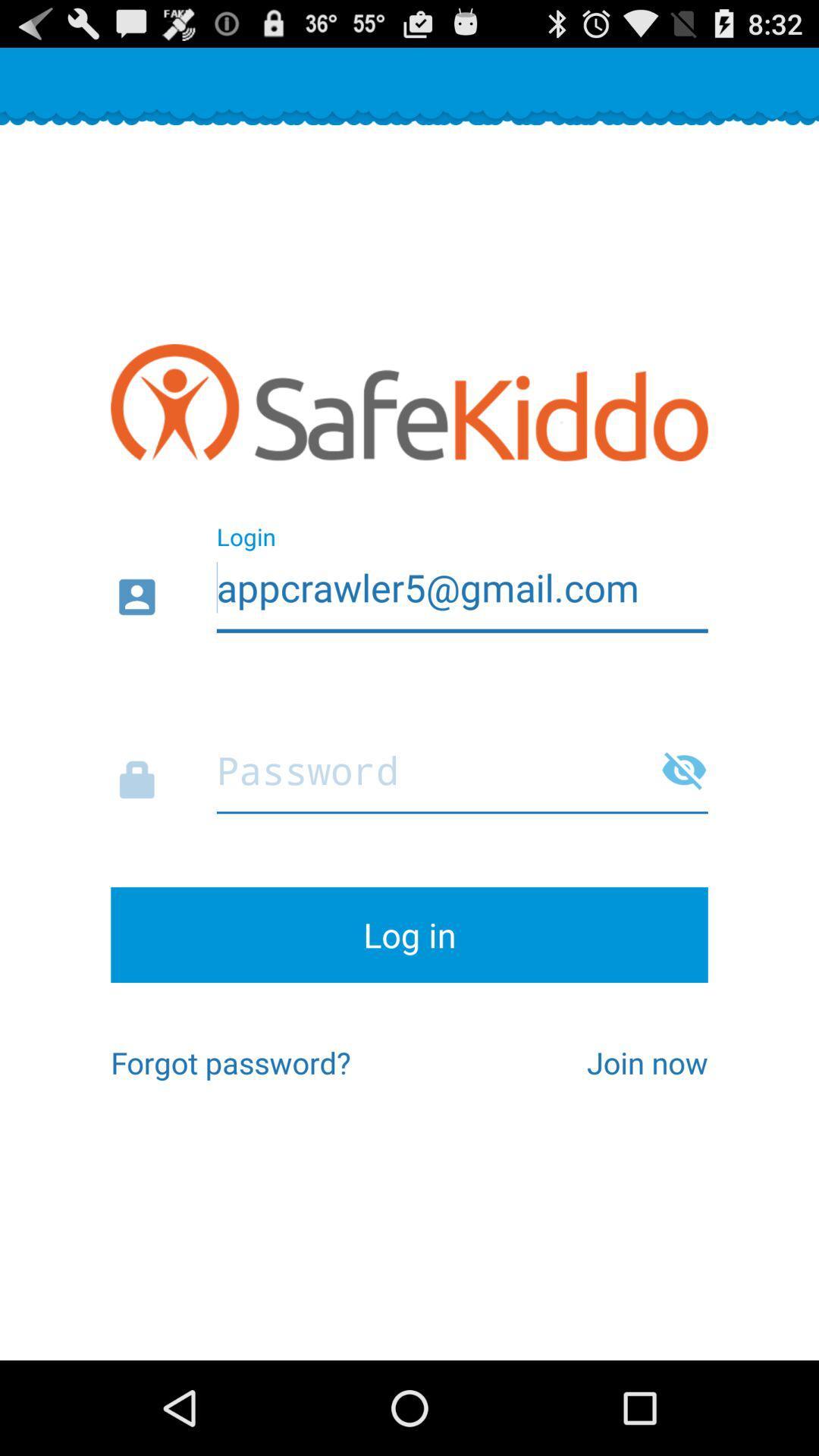 The height and width of the screenshot is (1456, 819). I want to click on to type password, so click(409, 766).